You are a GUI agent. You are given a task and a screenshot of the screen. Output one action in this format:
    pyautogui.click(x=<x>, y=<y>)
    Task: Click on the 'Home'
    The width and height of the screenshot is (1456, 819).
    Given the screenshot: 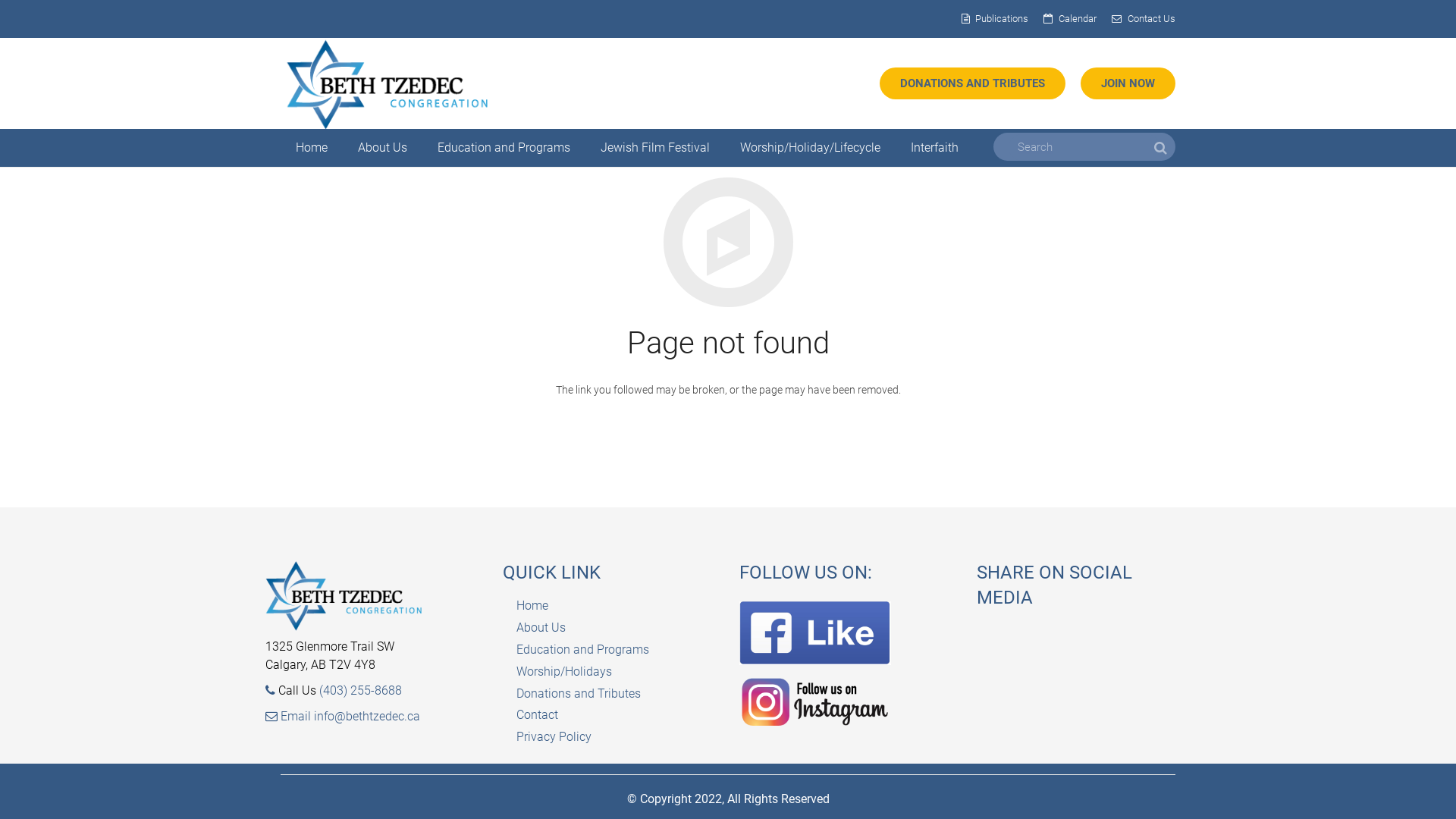 What is the action you would take?
    pyautogui.click(x=531, y=604)
    